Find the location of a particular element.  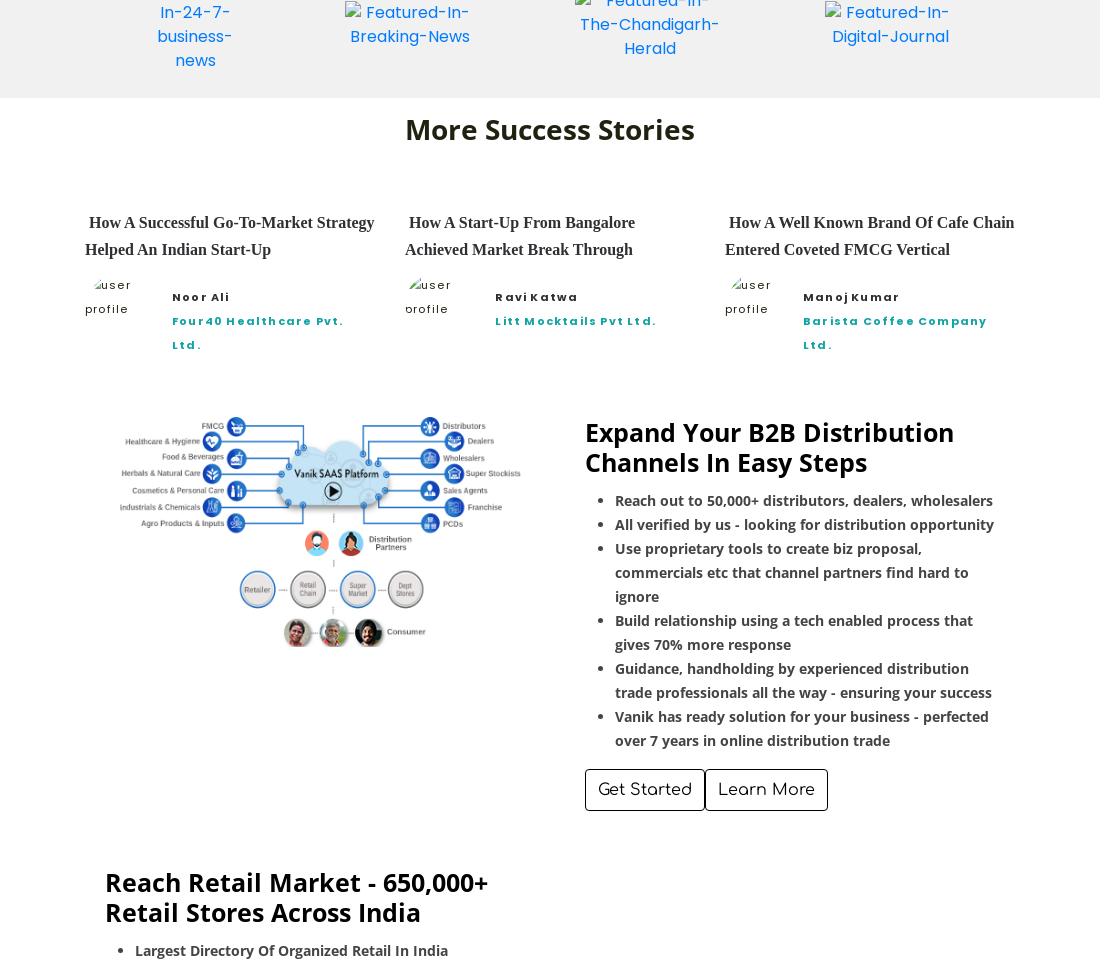

'Expand Your B2B Distribution Channels In Easy Steps' is located at coordinates (769, 444).